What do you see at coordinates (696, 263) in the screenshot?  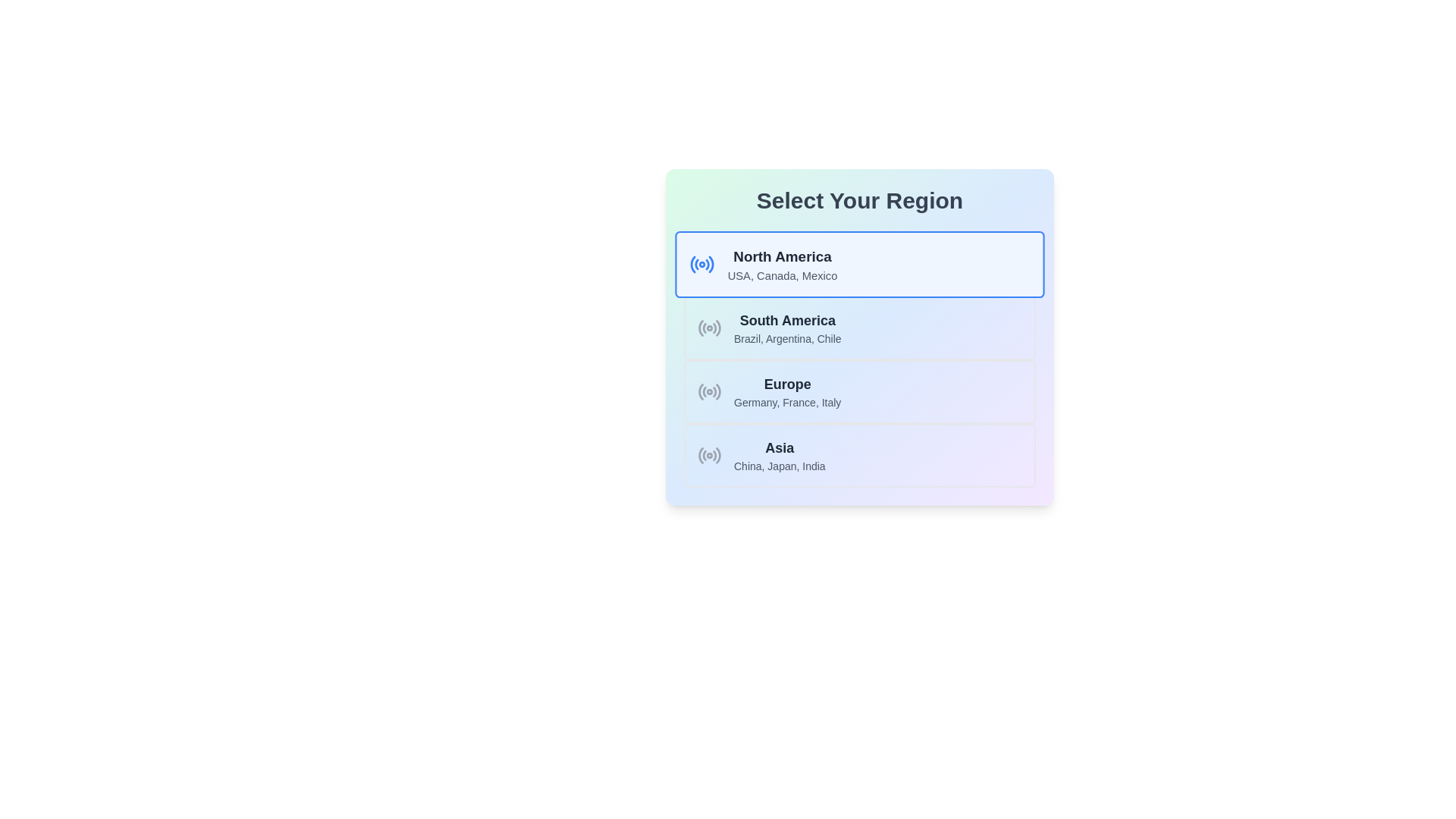 I see `the second curved line of the radio wave icon located near the top left corner of the 'North America' option under 'Select Your Region'` at bounding box center [696, 263].